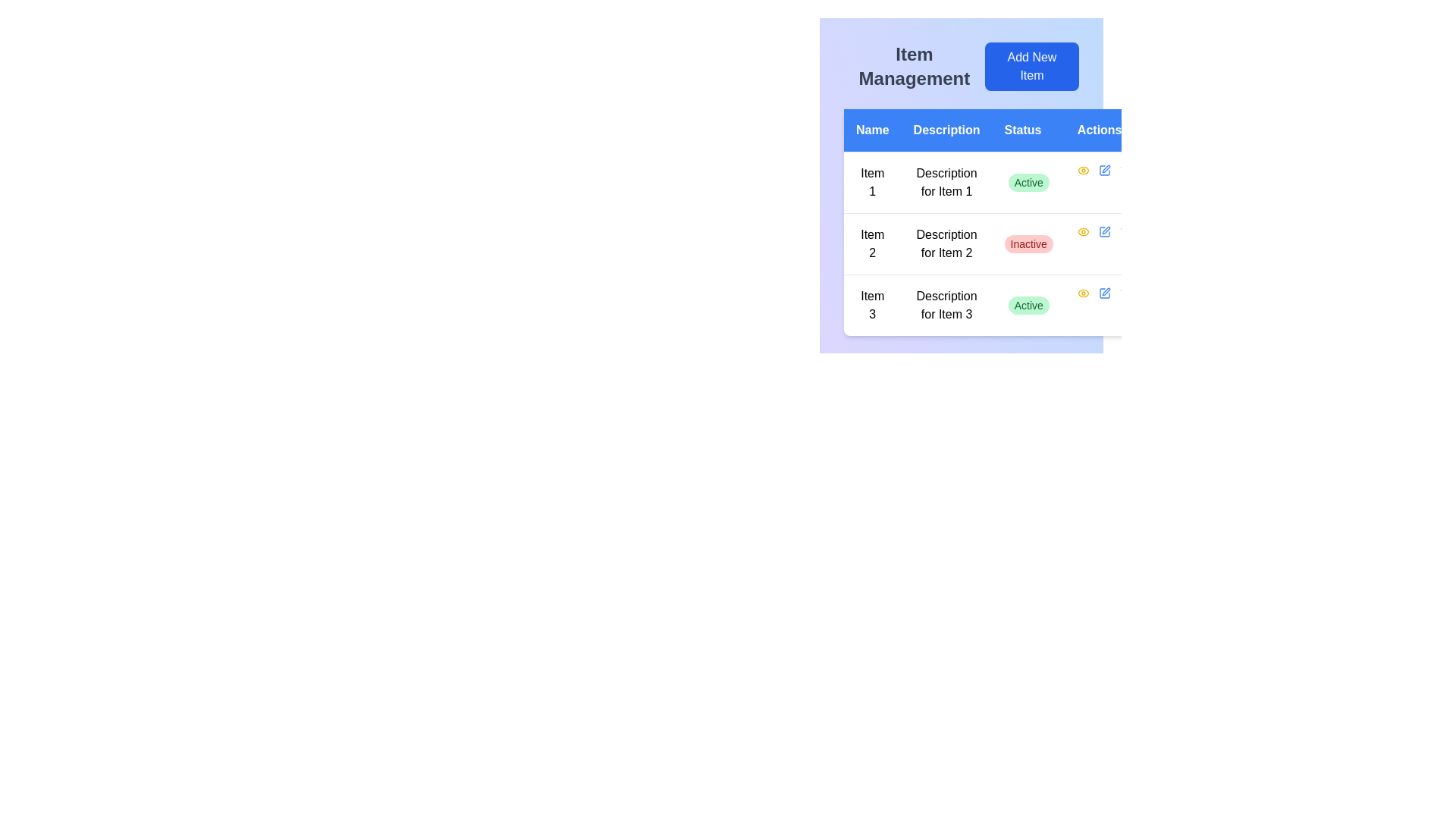 The image size is (1456, 819). What do you see at coordinates (1104, 293) in the screenshot?
I see `the 'Edit' icon button in the 'Actions' column of the last row in the table` at bounding box center [1104, 293].